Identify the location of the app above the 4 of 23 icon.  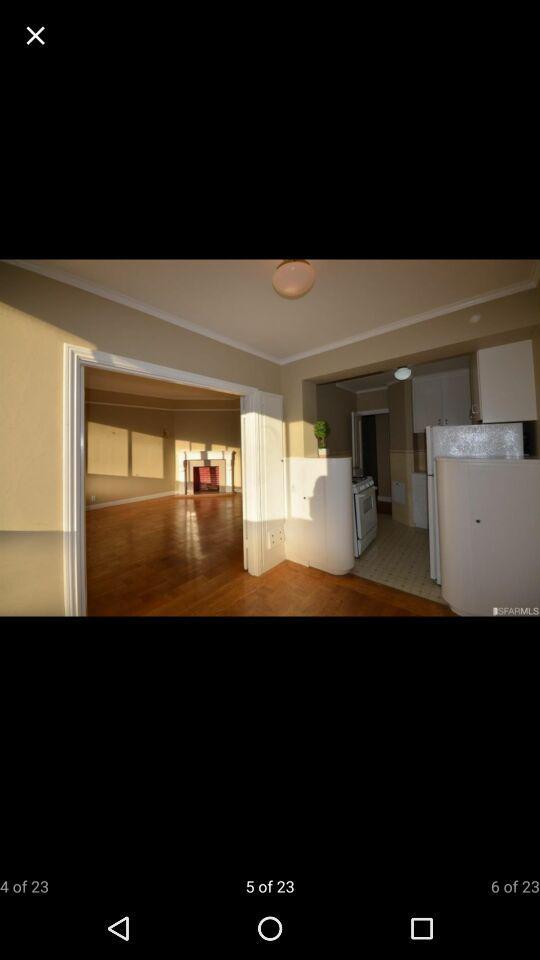
(35, 34).